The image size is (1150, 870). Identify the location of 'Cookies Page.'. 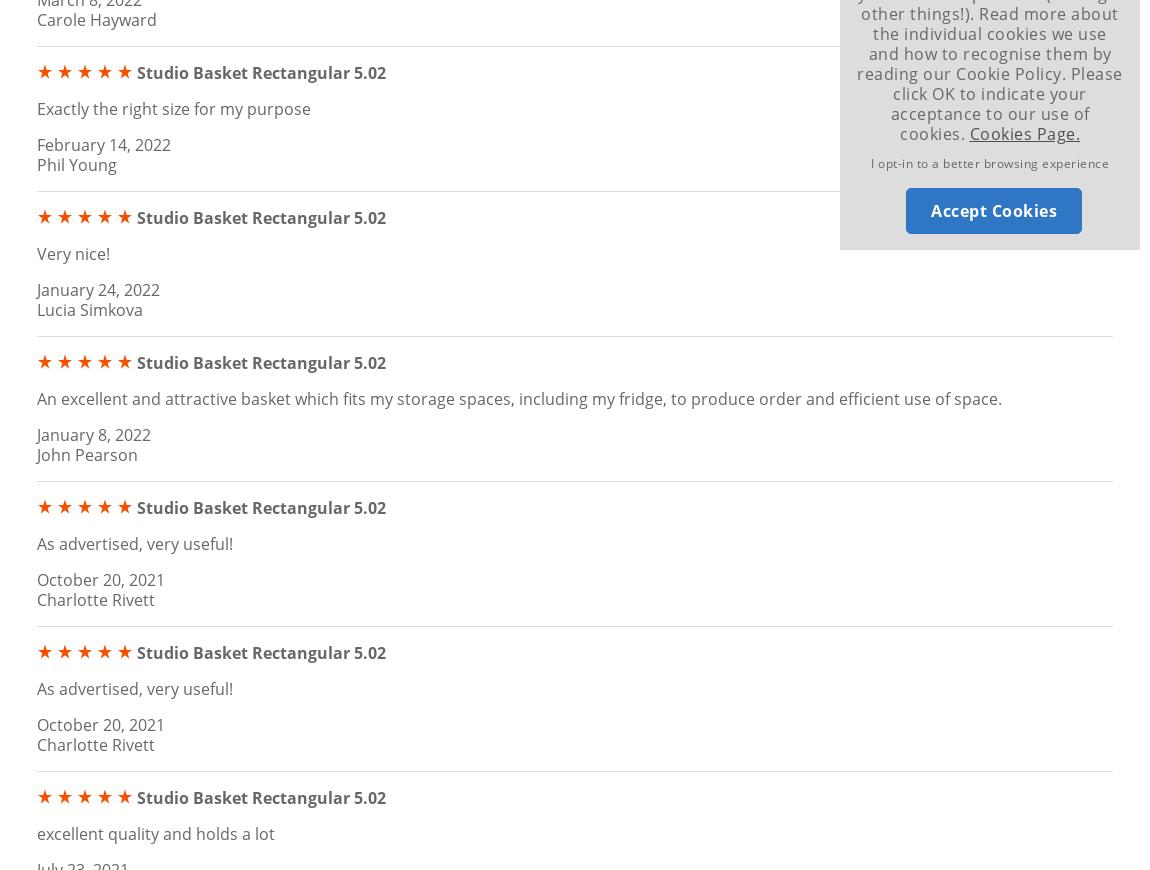
(1024, 132).